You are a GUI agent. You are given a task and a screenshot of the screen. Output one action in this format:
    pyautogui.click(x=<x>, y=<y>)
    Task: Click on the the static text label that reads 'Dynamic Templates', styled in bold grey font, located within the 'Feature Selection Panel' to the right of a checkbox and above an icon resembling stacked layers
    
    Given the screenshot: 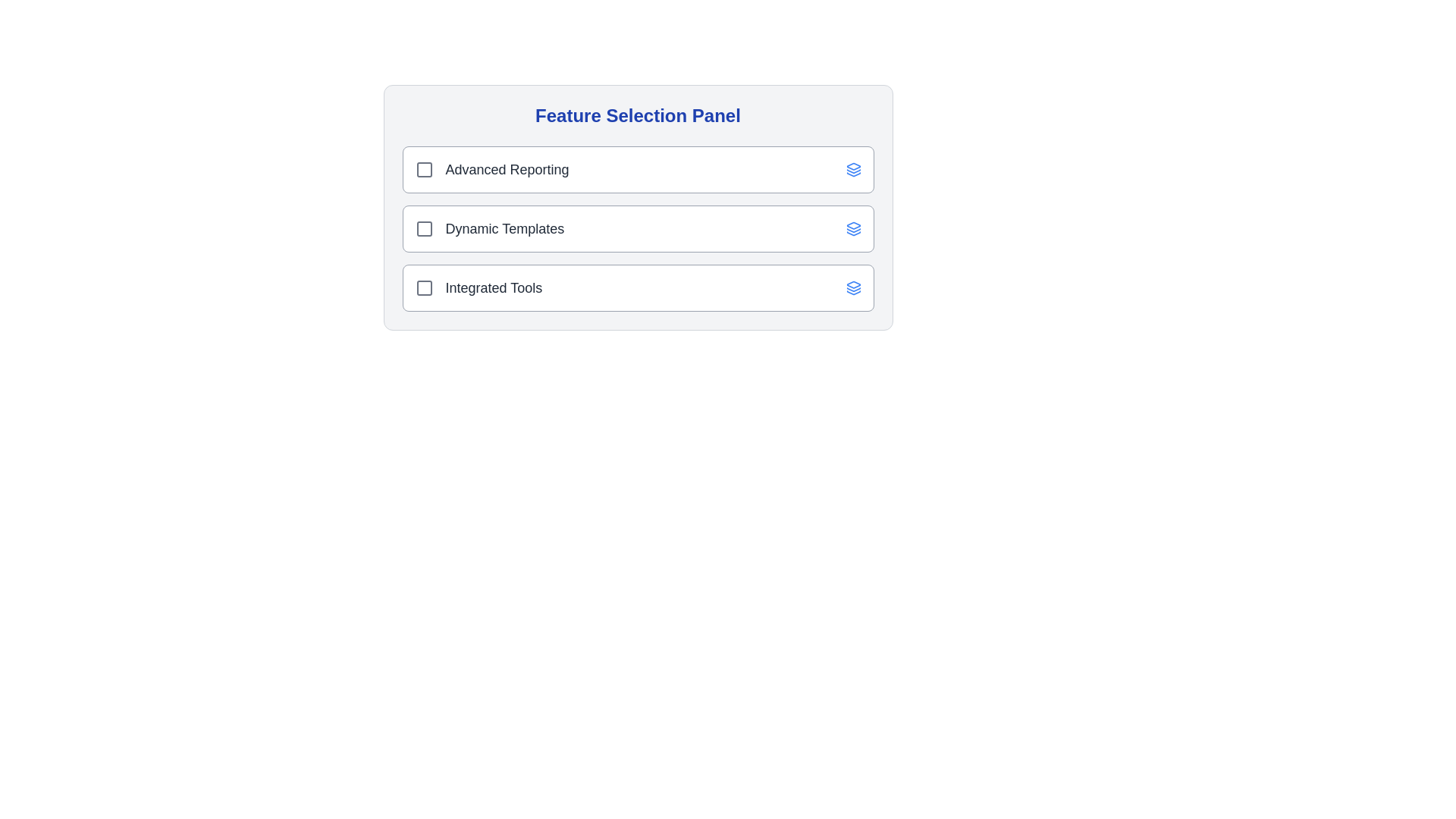 What is the action you would take?
    pyautogui.click(x=504, y=228)
    